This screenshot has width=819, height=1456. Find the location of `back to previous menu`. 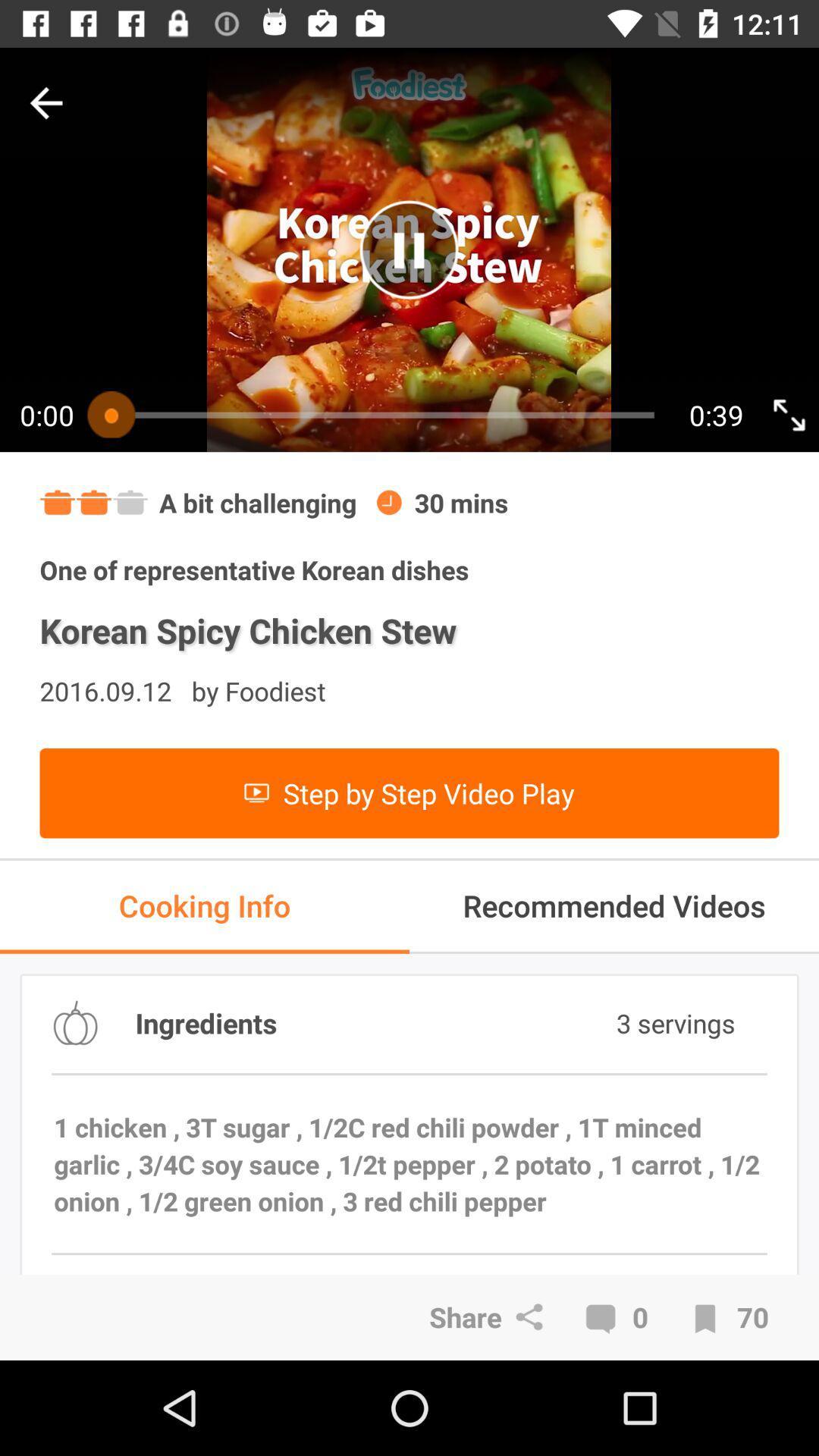

back to previous menu is located at coordinates (45, 102).